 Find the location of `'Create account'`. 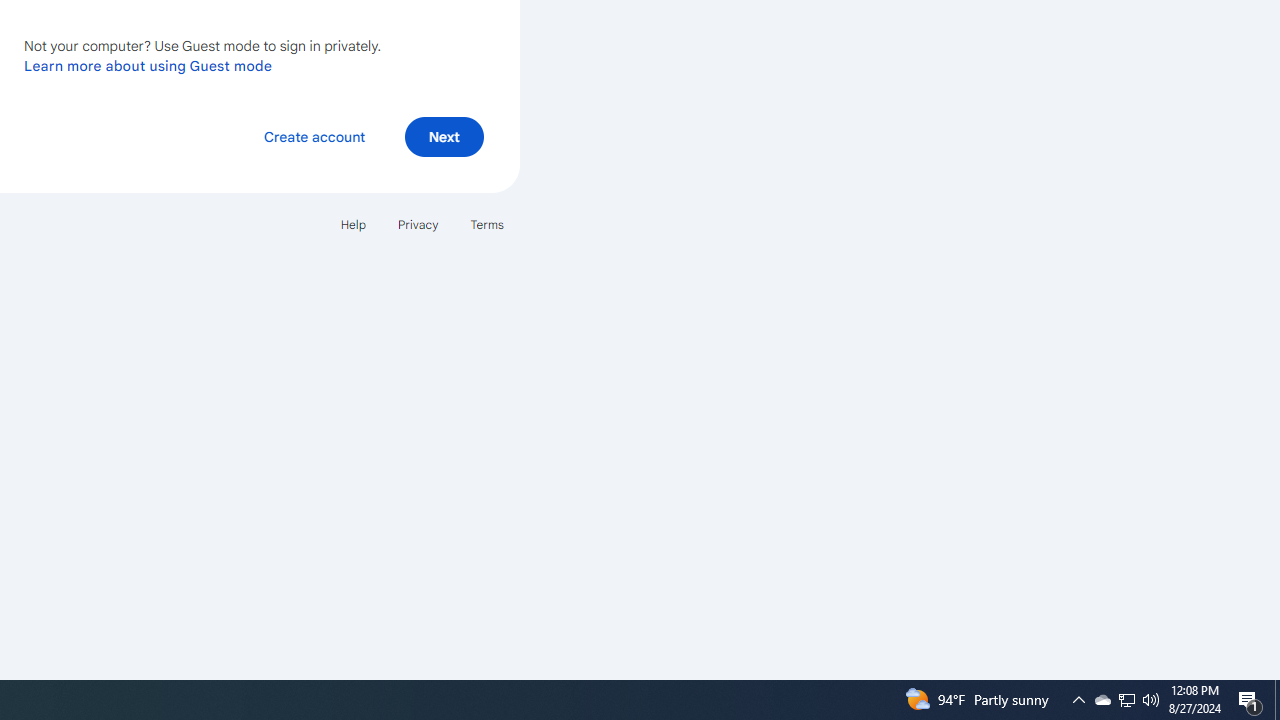

'Create account' is located at coordinates (313, 135).